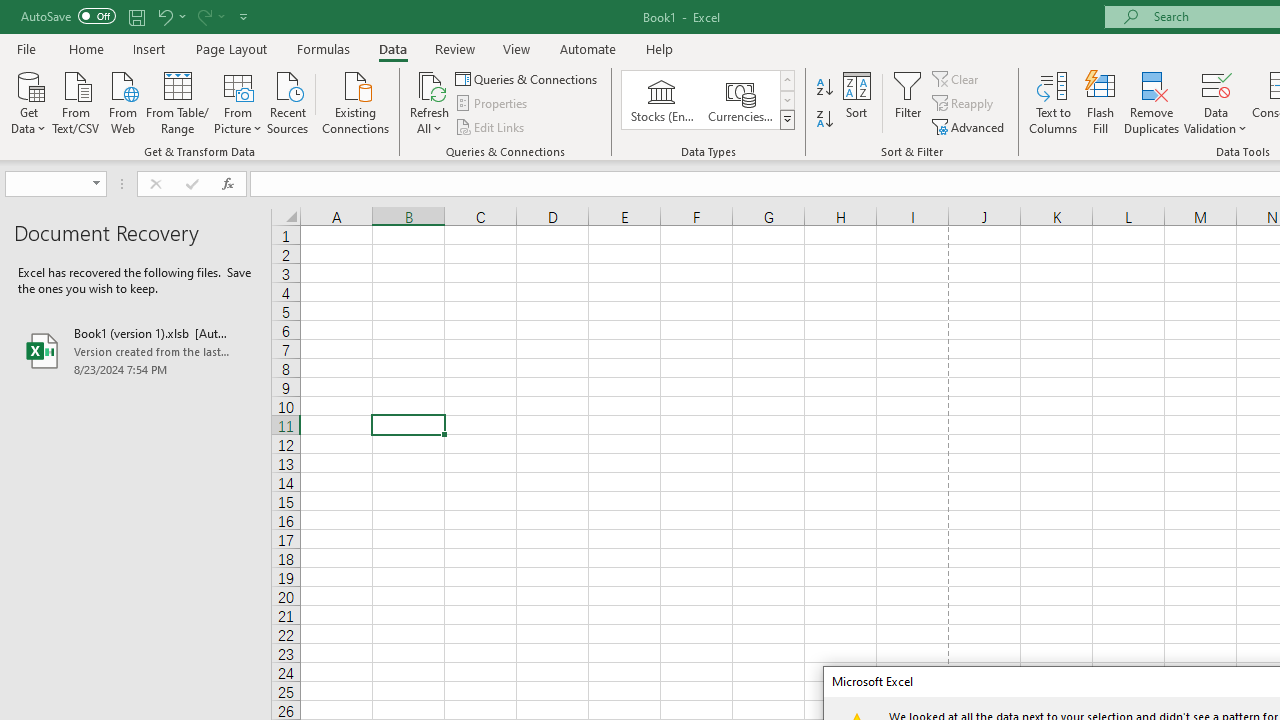 The height and width of the screenshot is (720, 1280). I want to click on 'Sort A to Z', so click(824, 86).